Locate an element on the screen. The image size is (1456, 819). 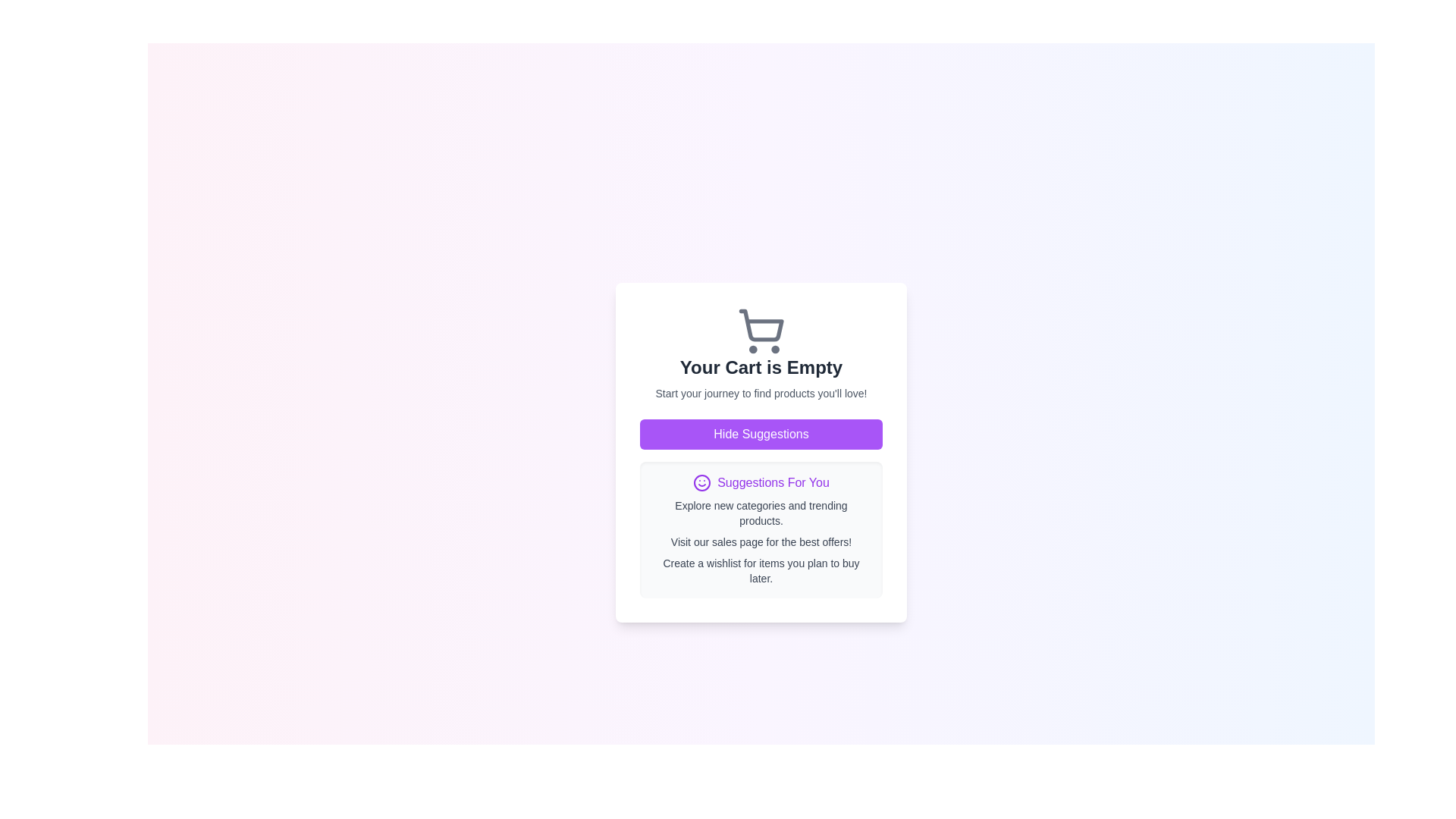
the shopping cart icon, which is gray and located at the top of the text block that says 'Your Cart is Empty.' is located at coordinates (761, 330).